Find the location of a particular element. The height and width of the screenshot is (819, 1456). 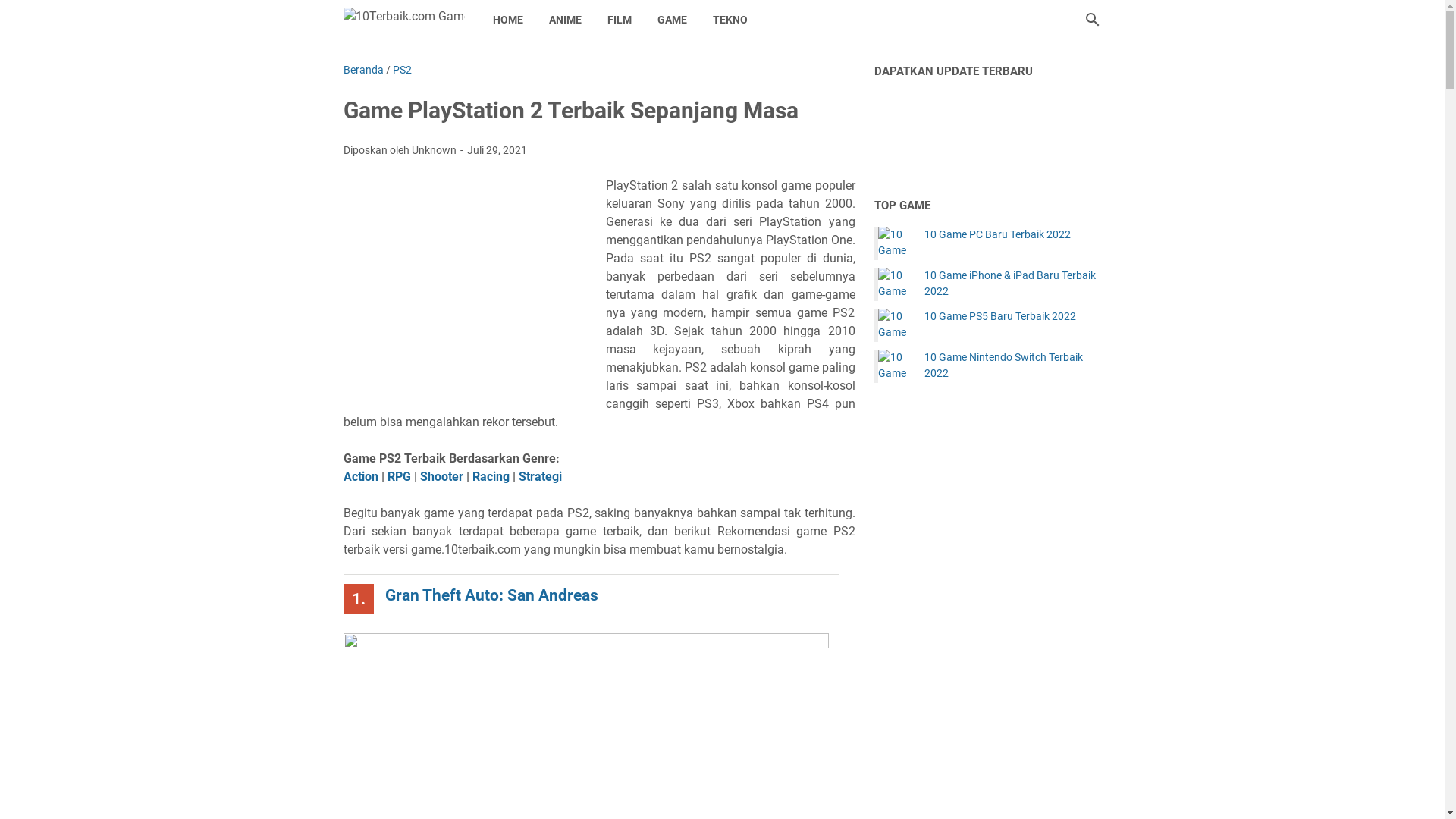

'Cari blog ini' is located at coordinates (1082, 20).